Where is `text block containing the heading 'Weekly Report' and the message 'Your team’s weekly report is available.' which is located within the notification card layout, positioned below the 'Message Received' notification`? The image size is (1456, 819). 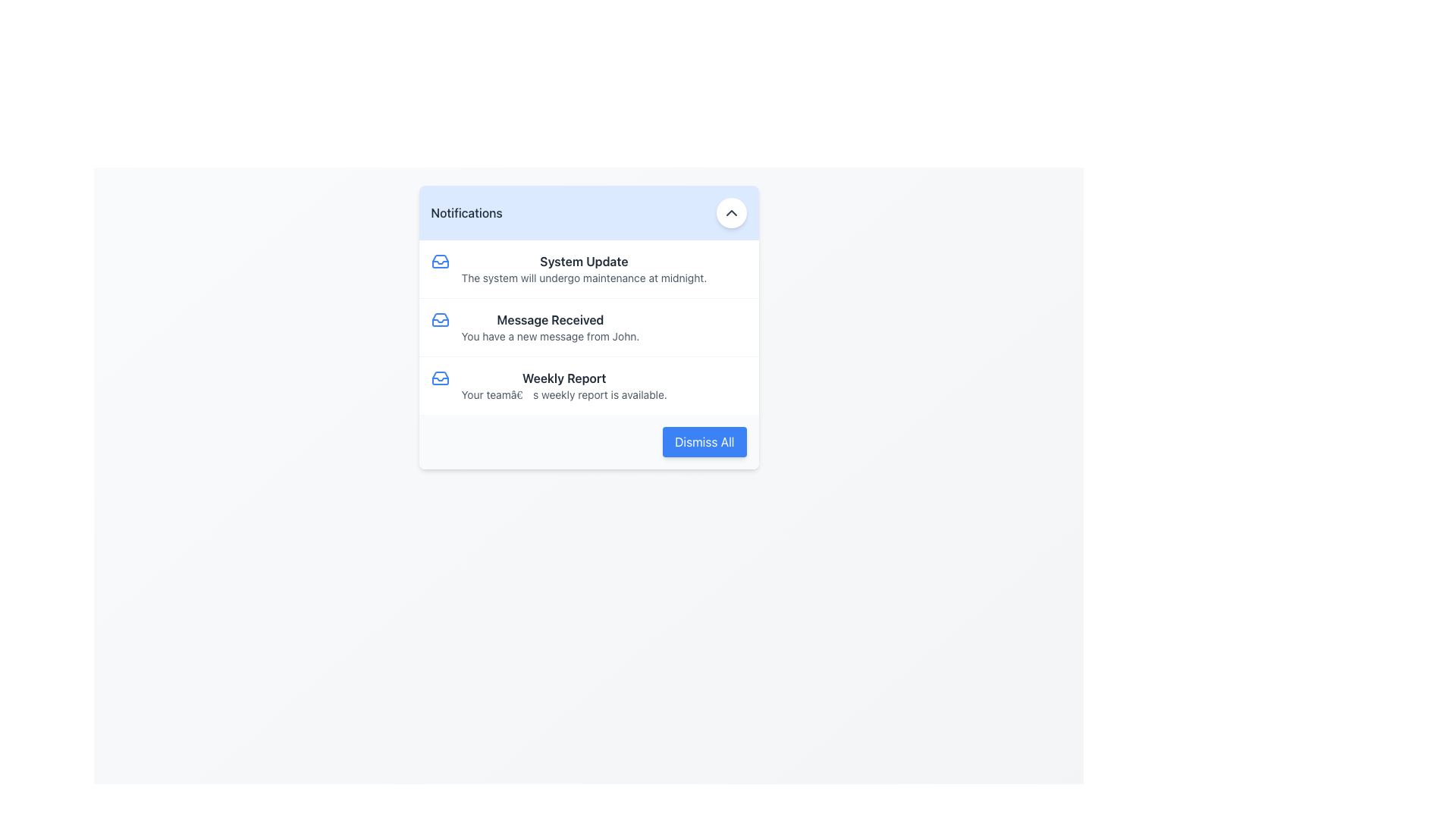 text block containing the heading 'Weekly Report' and the message 'Your team’s weekly report is available.' which is located within the notification card layout, positioned below the 'Message Received' notification is located at coordinates (563, 385).